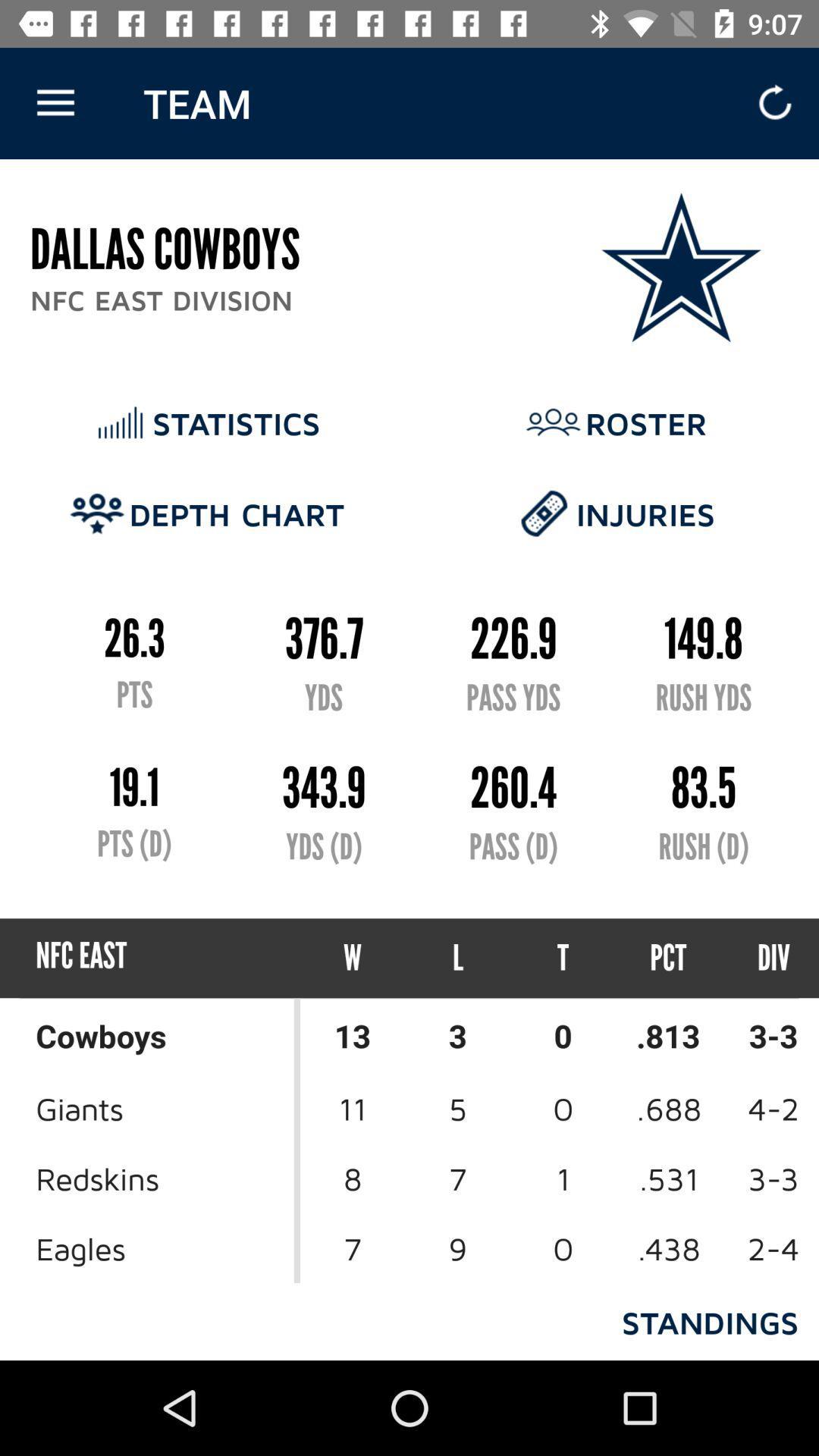 This screenshot has width=819, height=1456. I want to click on item next to the l, so click(563, 957).